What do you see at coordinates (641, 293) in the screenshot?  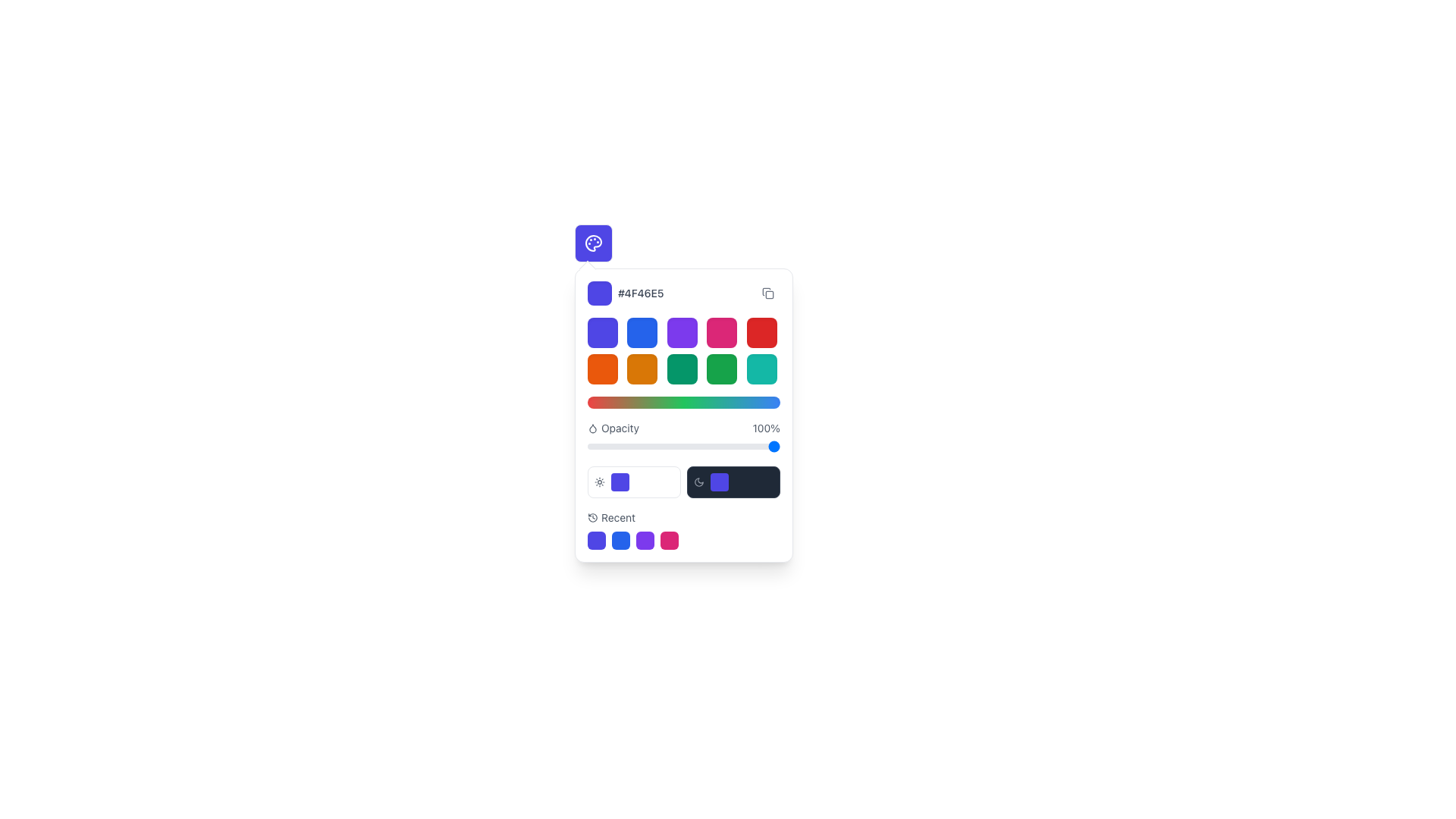 I see `the static text label displaying the hexadecimal color code '#4F46E5' in a medium gray font, located to the right of the square color preview swatch in the color picker interface` at bounding box center [641, 293].